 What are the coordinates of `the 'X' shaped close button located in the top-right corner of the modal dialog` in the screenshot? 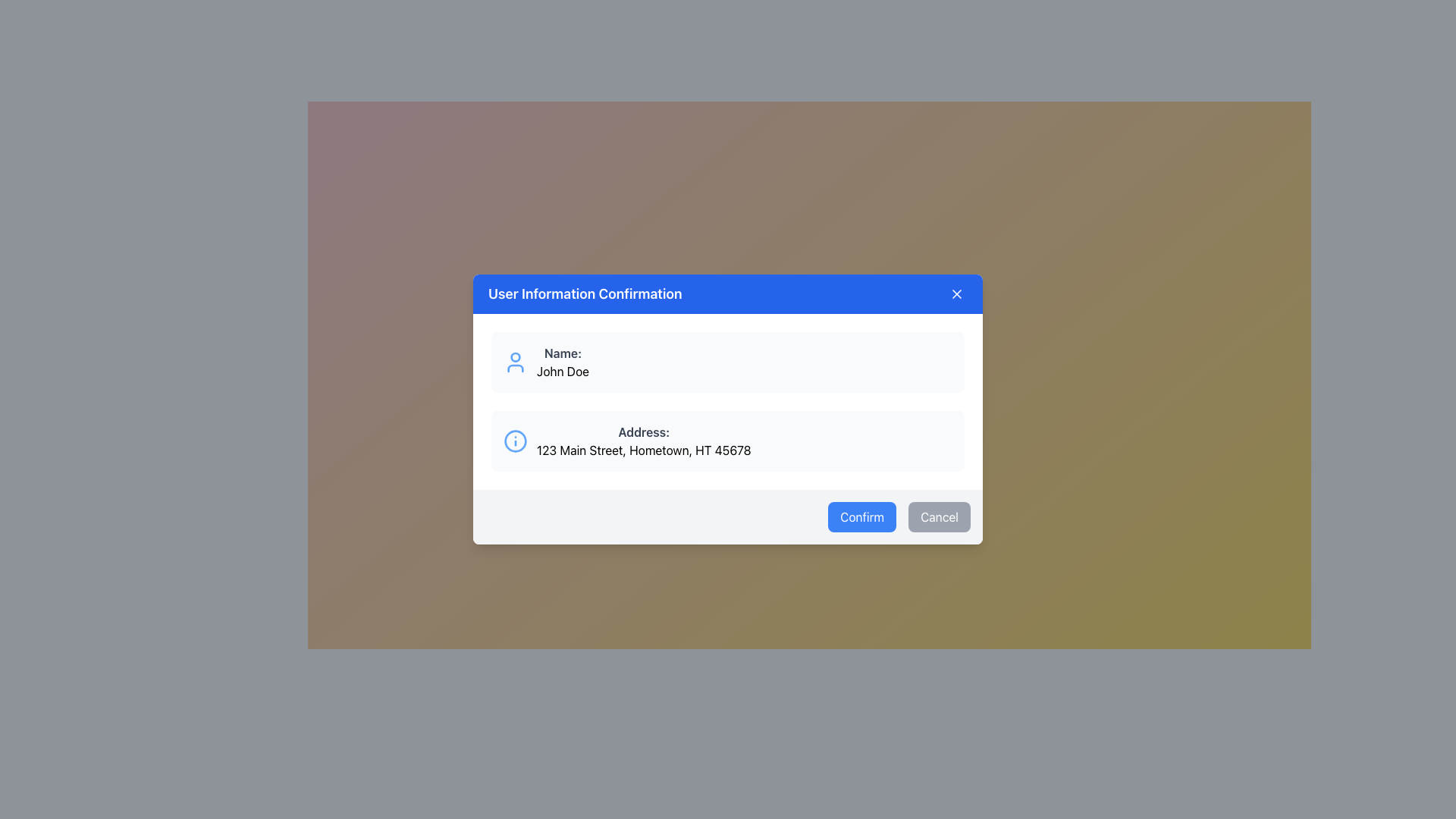 It's located at (956, 294).